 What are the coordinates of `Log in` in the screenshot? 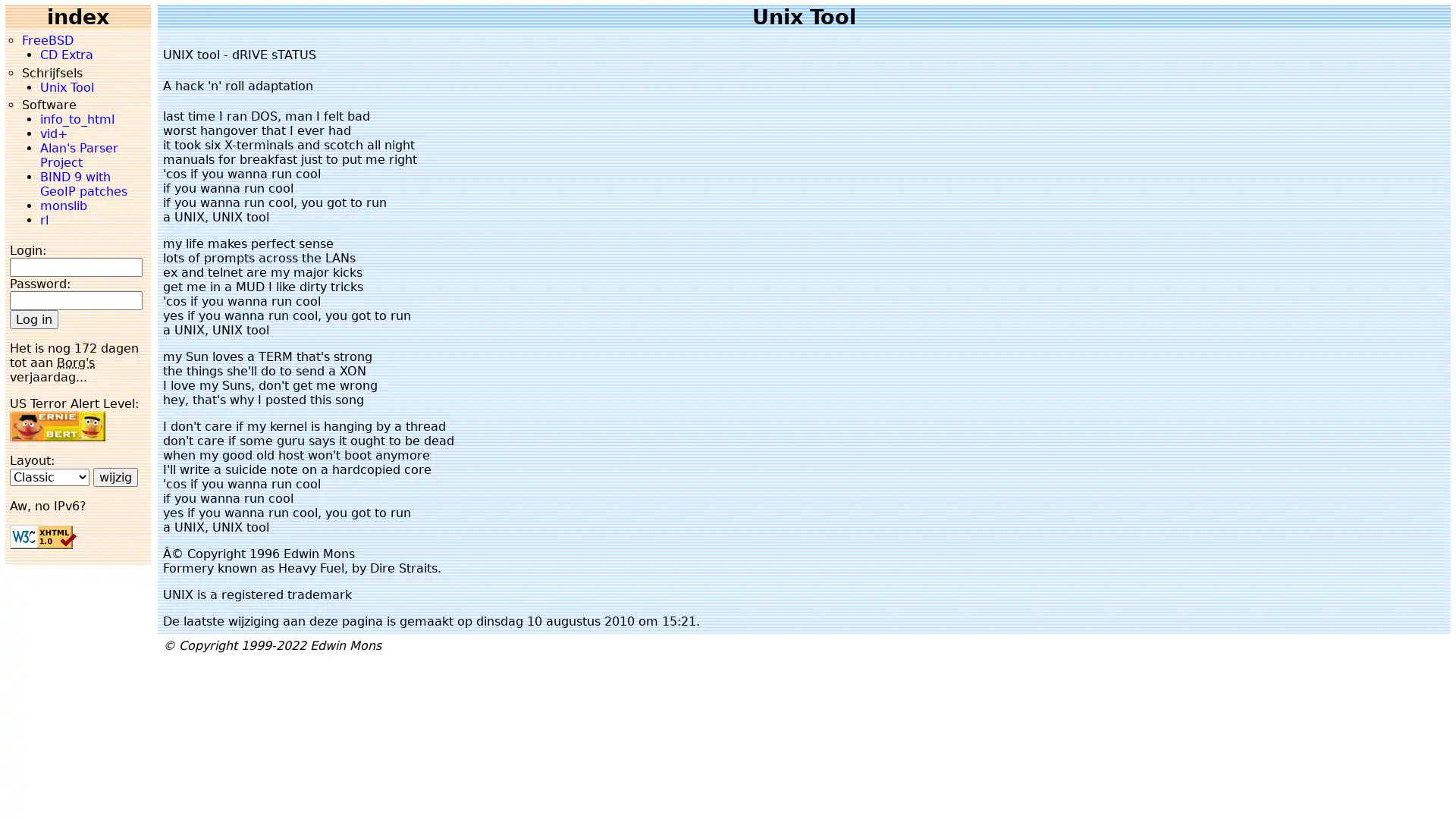 It's located at (33, 318).